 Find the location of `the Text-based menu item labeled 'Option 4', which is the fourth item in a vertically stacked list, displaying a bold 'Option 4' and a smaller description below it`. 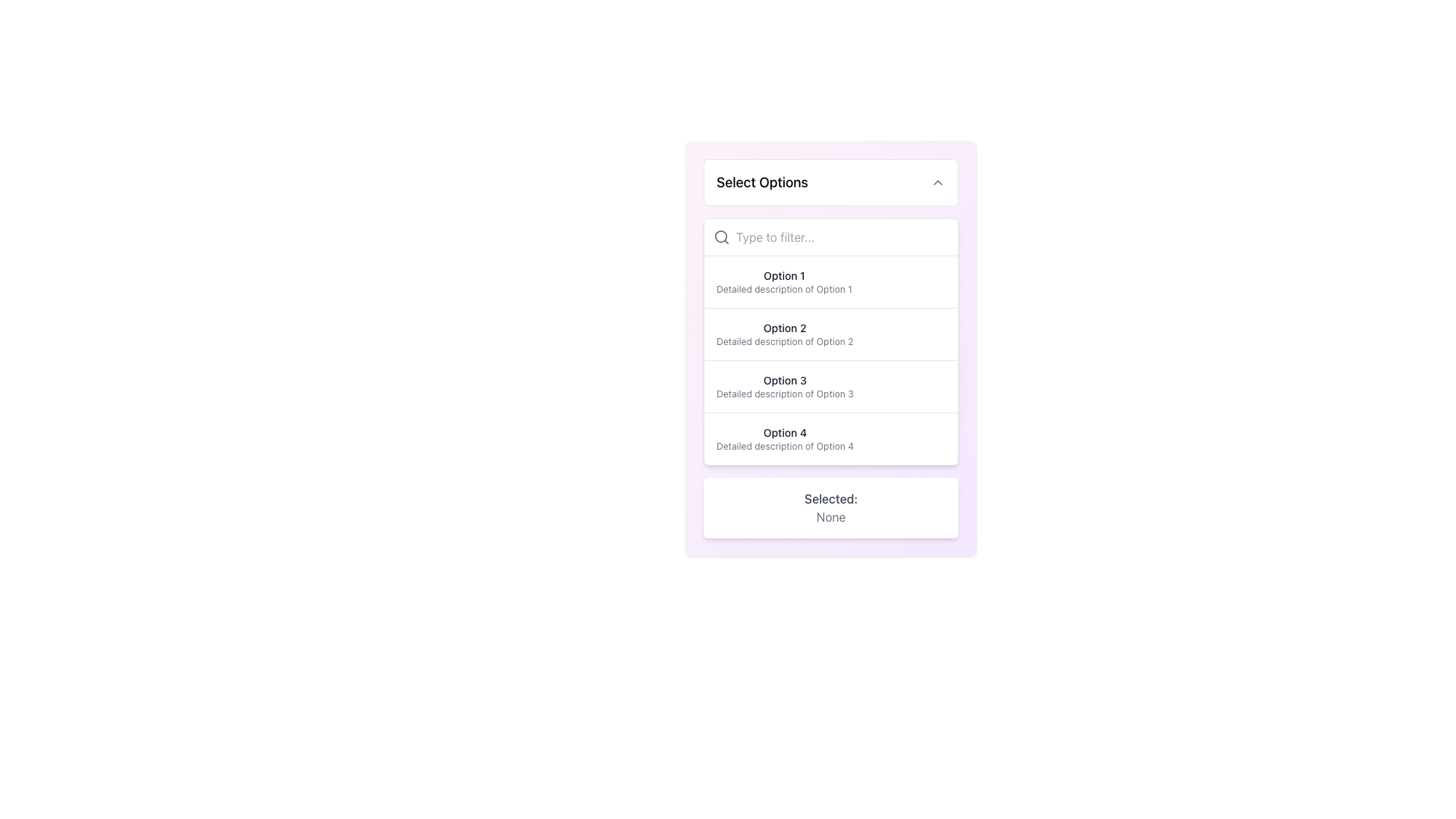

the Text-based menu item labeled 'Option 4', which is the fourth item in a vertically stacked list, displaying a bold 'Option 4' and a smaller description below it is located at coordinates (830, 438).